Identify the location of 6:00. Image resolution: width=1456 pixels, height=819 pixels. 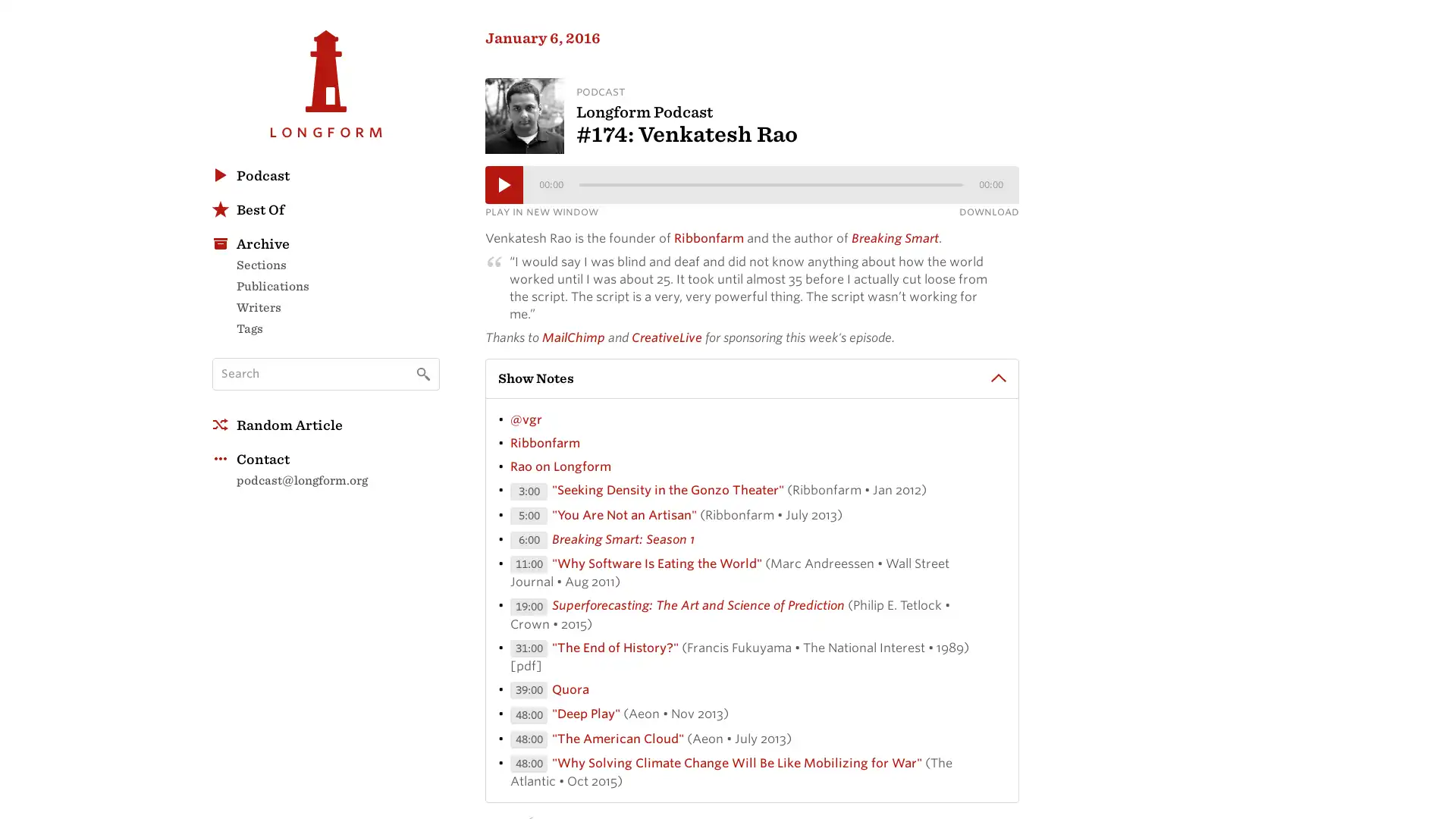
(529, 542).